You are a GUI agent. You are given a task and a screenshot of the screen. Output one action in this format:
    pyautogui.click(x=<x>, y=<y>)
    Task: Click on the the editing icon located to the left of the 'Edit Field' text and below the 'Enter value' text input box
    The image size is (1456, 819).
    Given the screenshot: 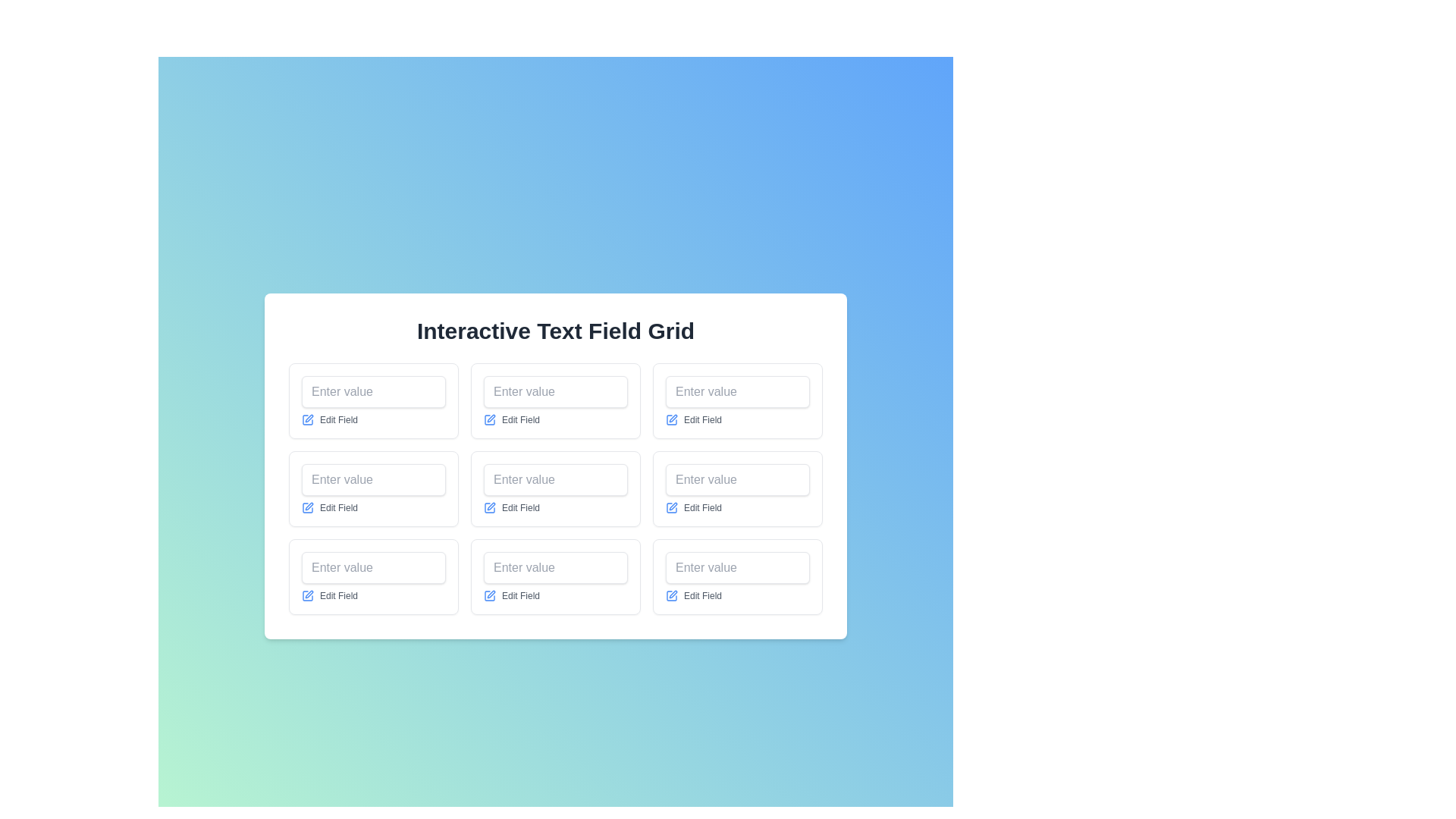 What is the action you would take?
    pyautogui.click(x=307, y=420)
    